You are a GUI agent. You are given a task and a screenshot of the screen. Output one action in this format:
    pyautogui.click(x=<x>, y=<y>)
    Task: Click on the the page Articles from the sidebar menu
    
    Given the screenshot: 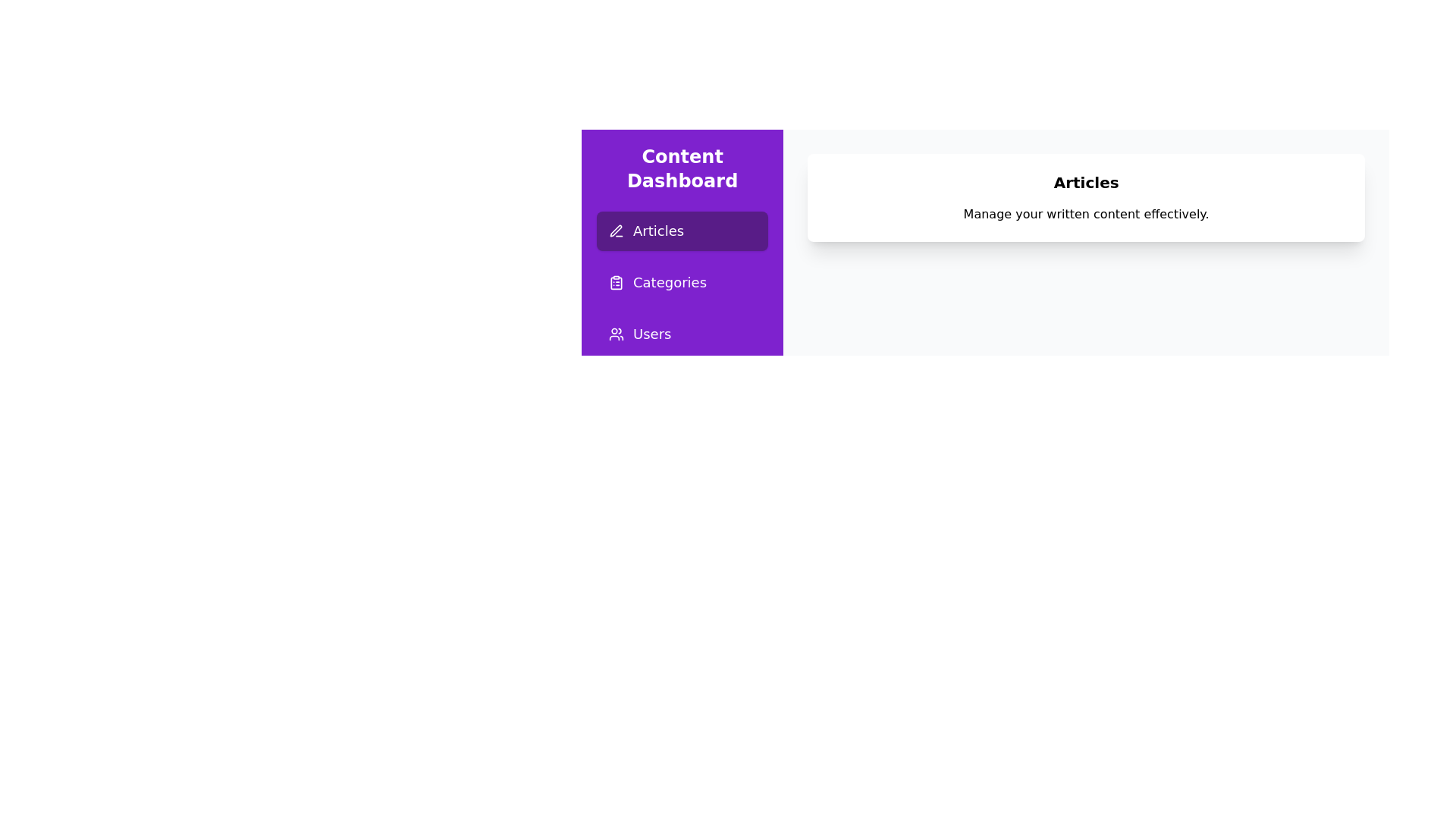 What is the action you would take?
    pyautogui.click(x=682, y=231)
    